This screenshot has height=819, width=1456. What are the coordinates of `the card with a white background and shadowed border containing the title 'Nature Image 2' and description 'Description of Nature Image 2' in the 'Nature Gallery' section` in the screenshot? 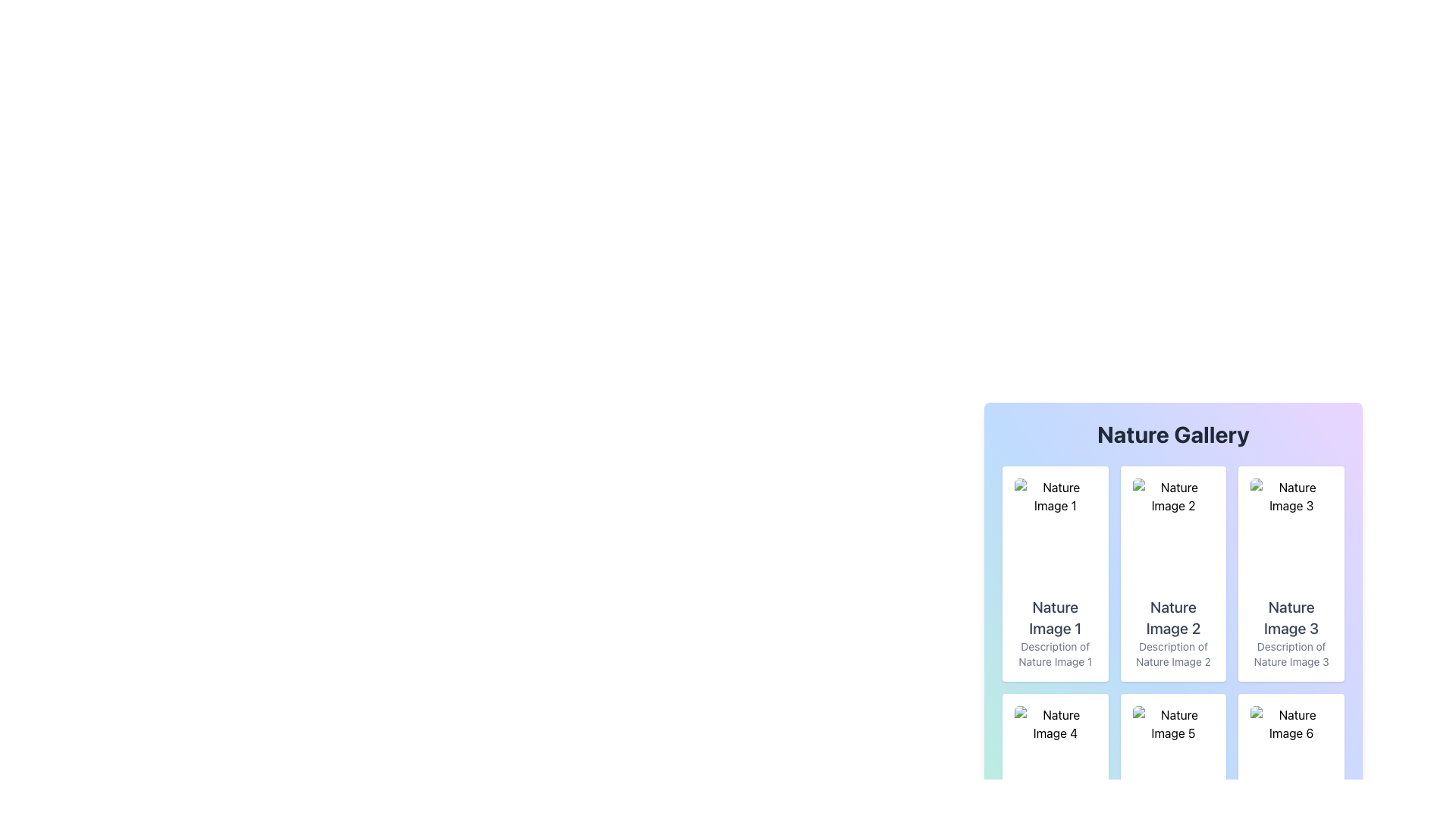 It's located at (1172, 581).